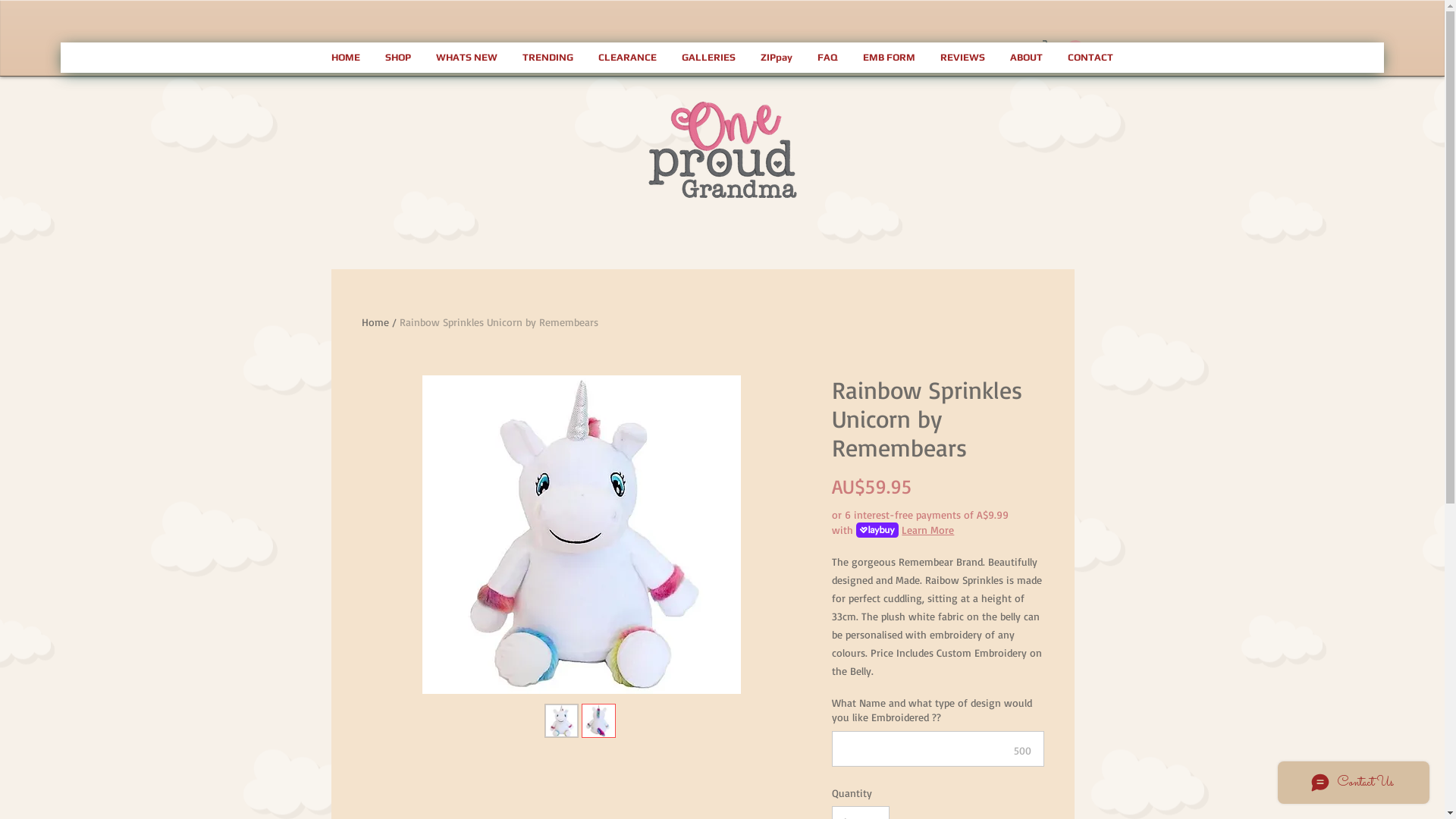 This screenshot has width=1456, height=819. I want to click on 'Learn More', so click(902, 529).